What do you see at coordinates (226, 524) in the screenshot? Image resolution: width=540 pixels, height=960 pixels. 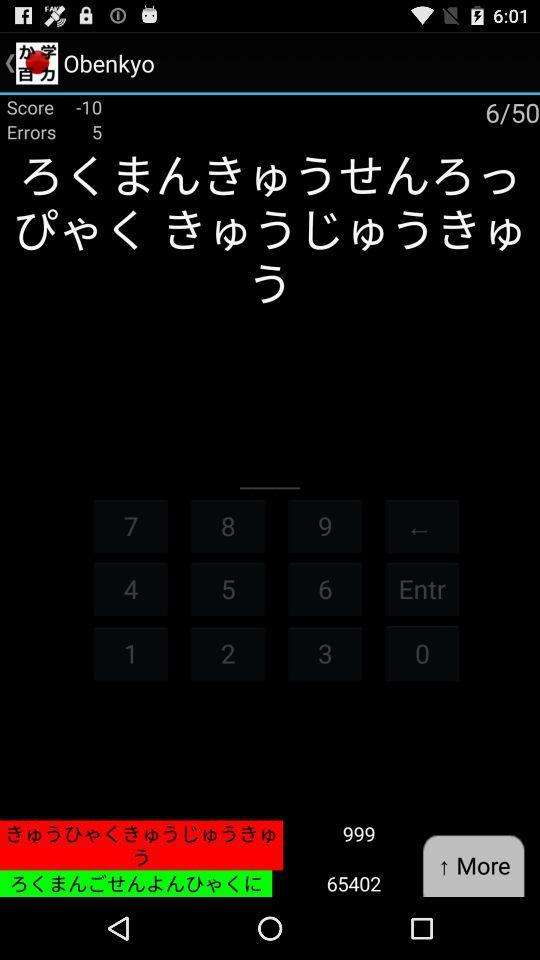 I see `the button to the left of 9 icon` at bounding box center [226, 524].